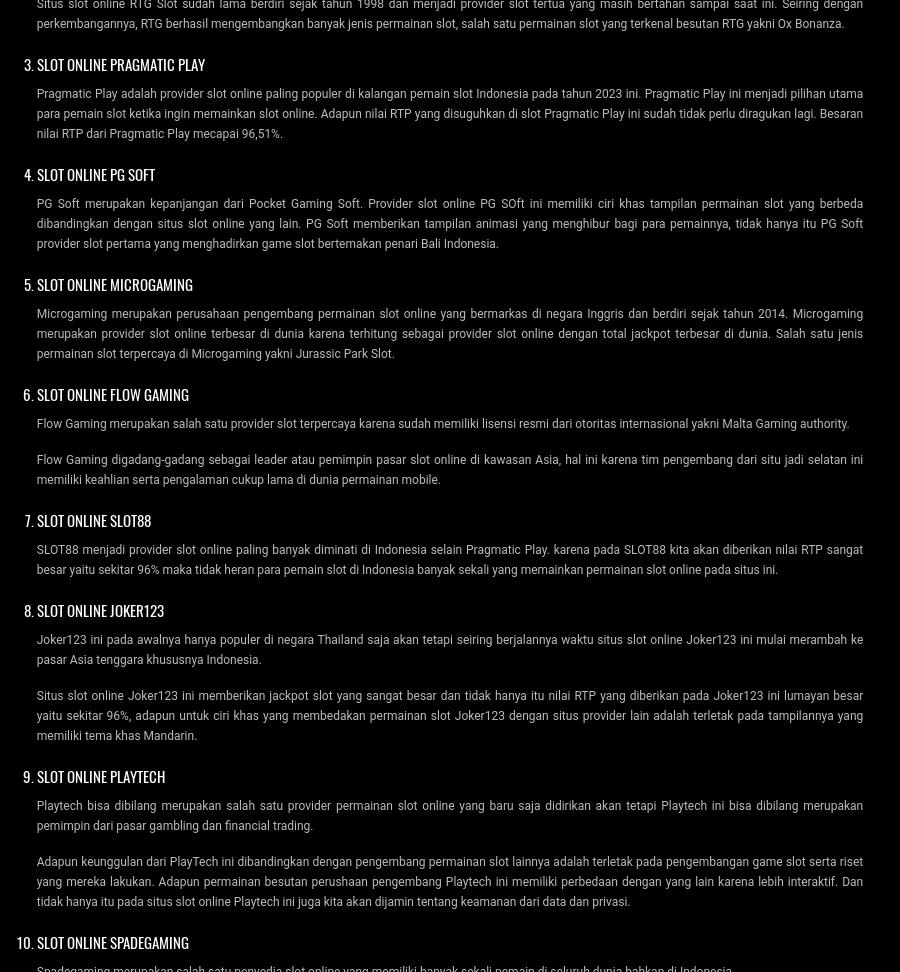 The image size is (900, 972). What do you see at coordinates (35, 608) in the screenshot?
I see `'Slot Online Joker123'` at bounding box center [35, 608].